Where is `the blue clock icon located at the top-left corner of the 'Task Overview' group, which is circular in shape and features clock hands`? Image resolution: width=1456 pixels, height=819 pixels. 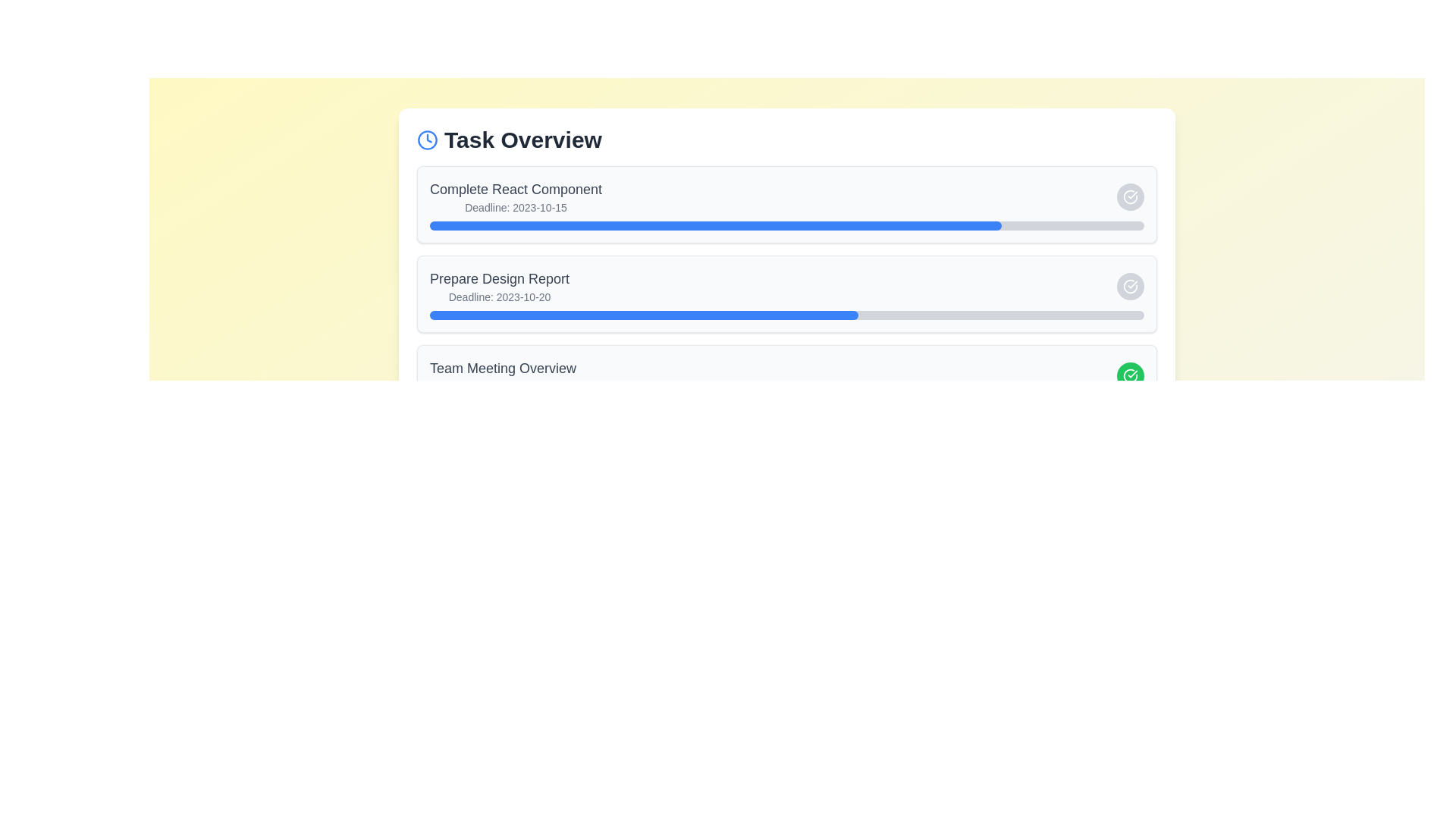 the blue clock icon located at the top-left corner of the 'Task Overview' group, which is circular in shape and features clock hands is located at coordinates (427, 140).